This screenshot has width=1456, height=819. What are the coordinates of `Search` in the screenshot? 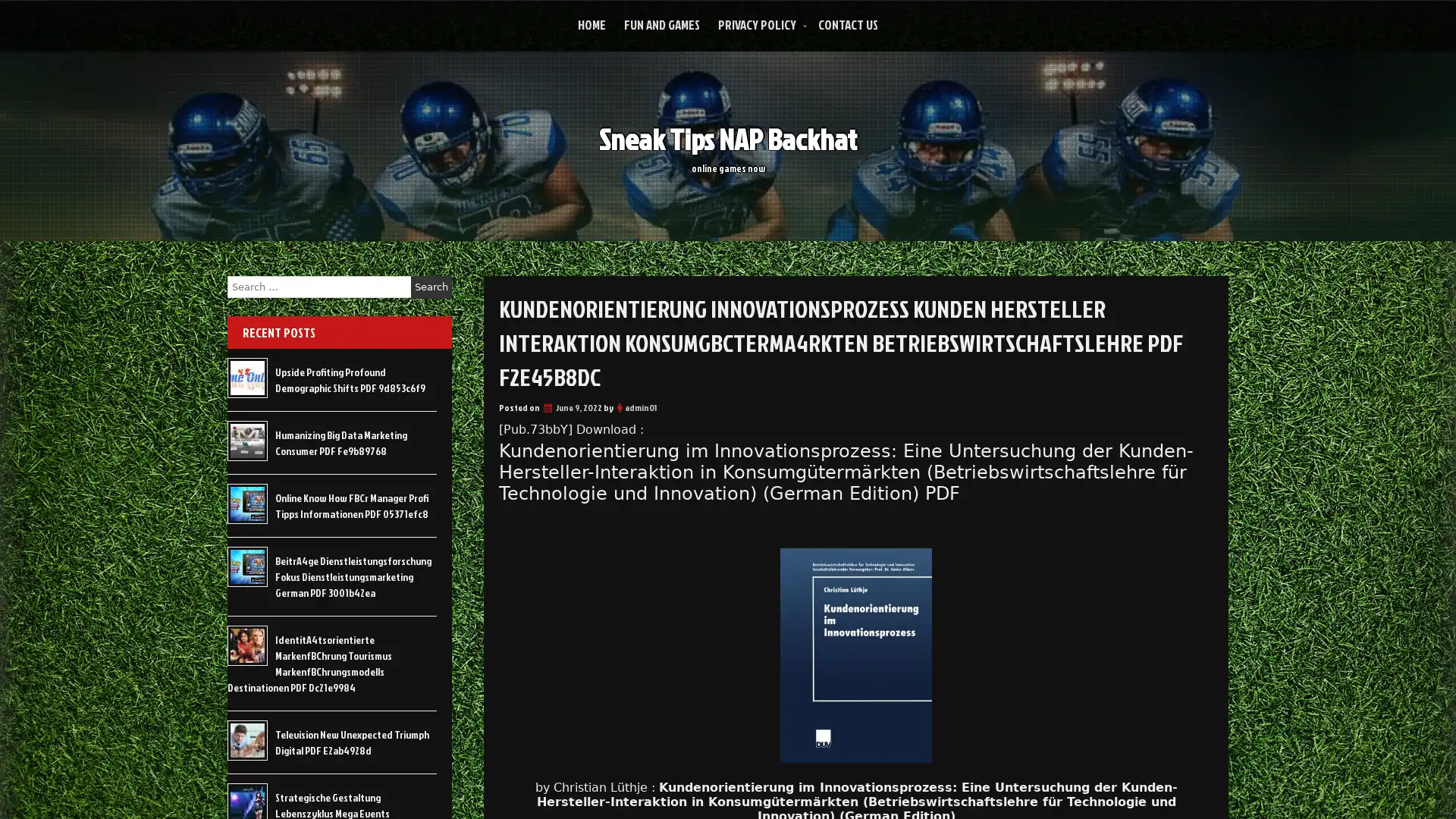 It's located at (431, 287).